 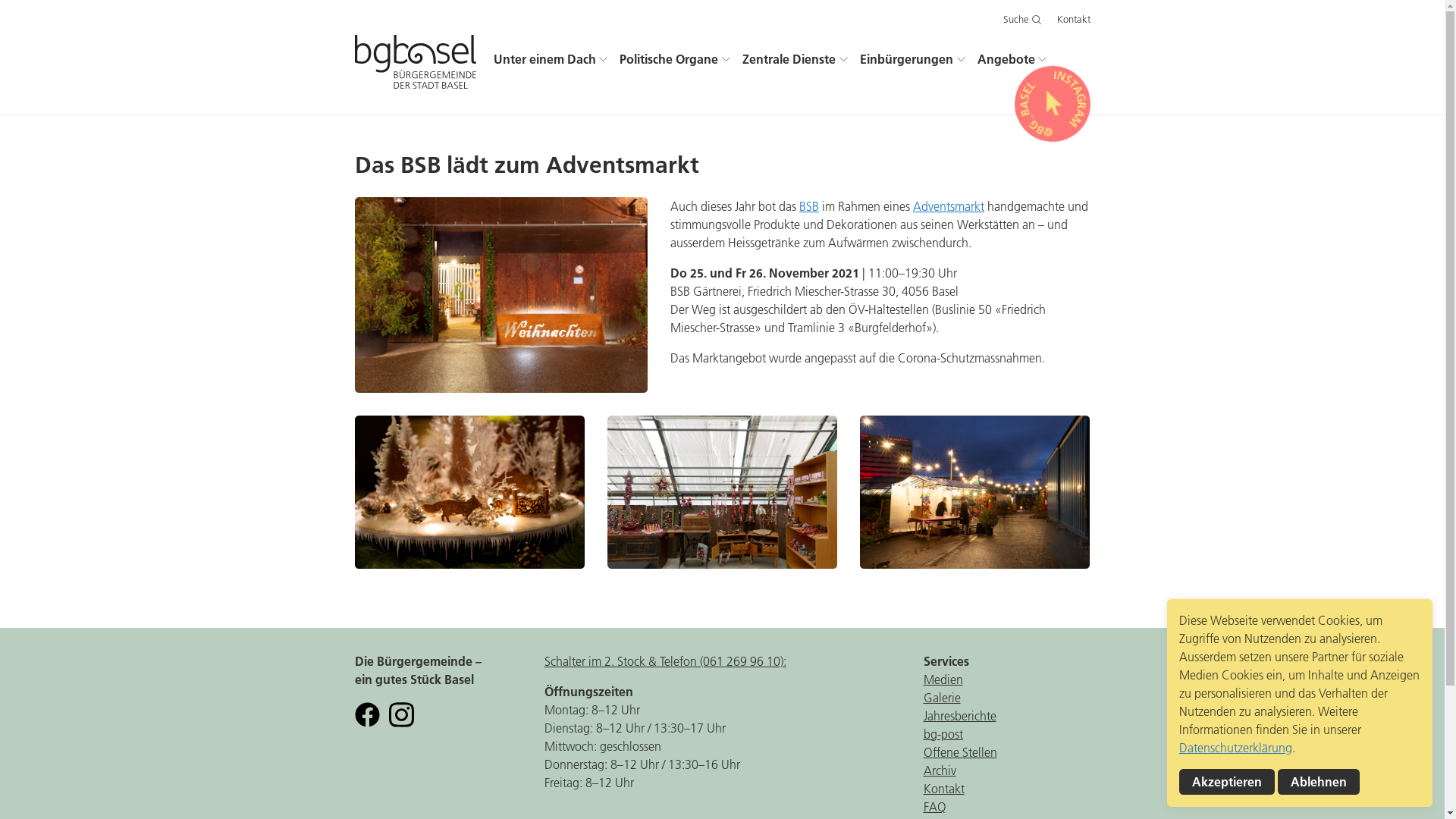 I want to click on 'Medien', so click(x=942, y=678).